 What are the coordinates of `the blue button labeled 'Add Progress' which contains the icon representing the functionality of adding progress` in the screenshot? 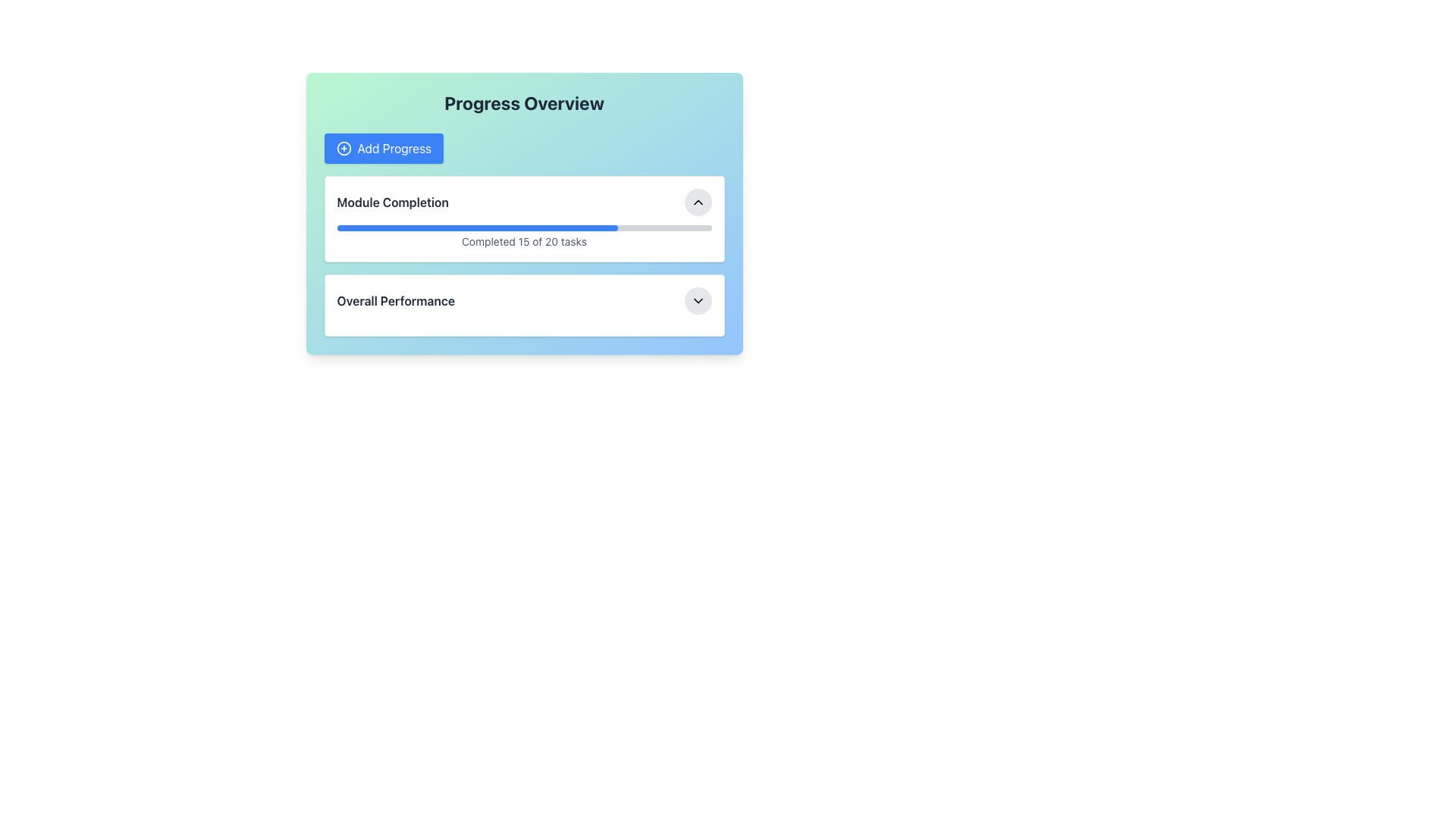 It's located at (343, 149).